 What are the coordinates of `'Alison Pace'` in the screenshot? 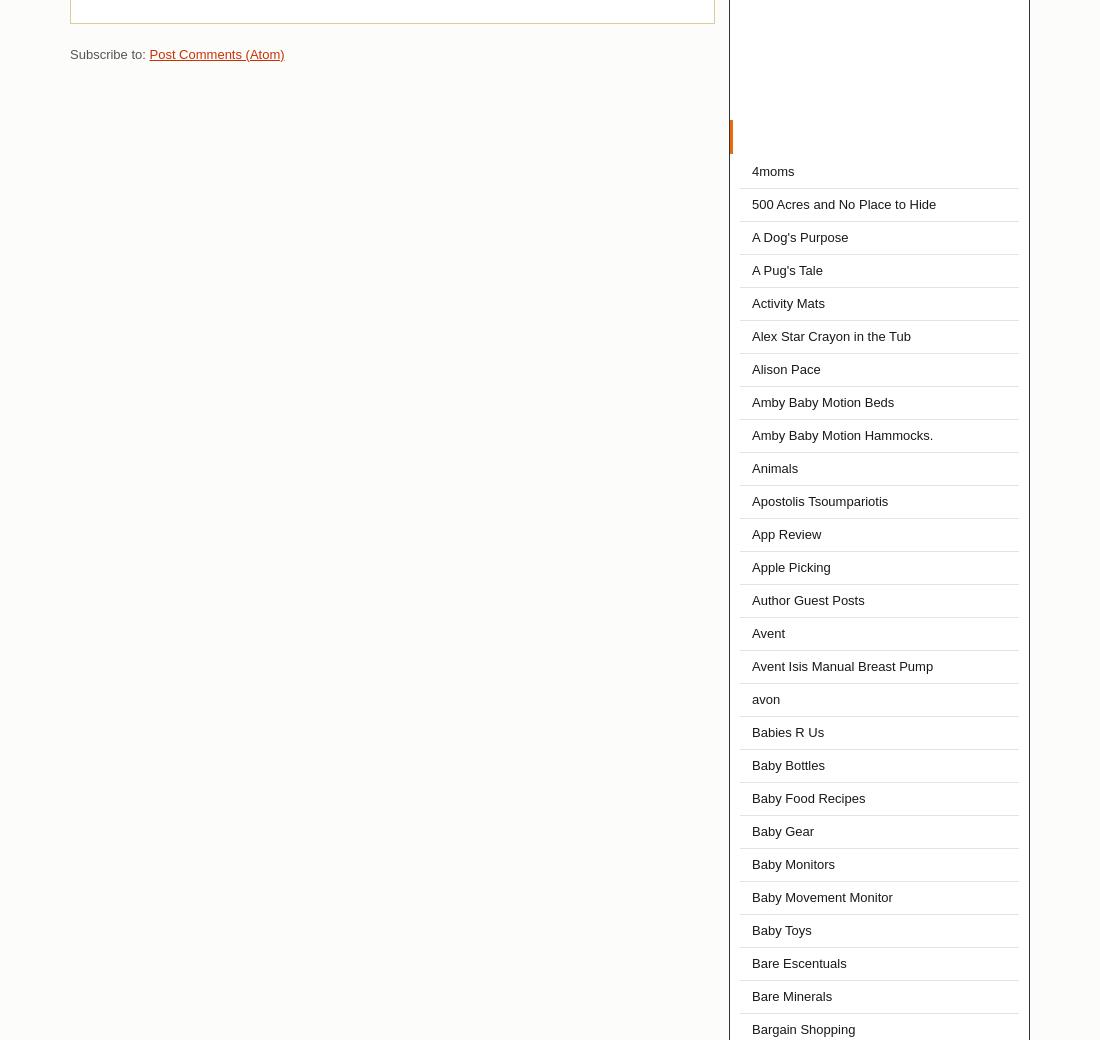 It's located at (785, 368).